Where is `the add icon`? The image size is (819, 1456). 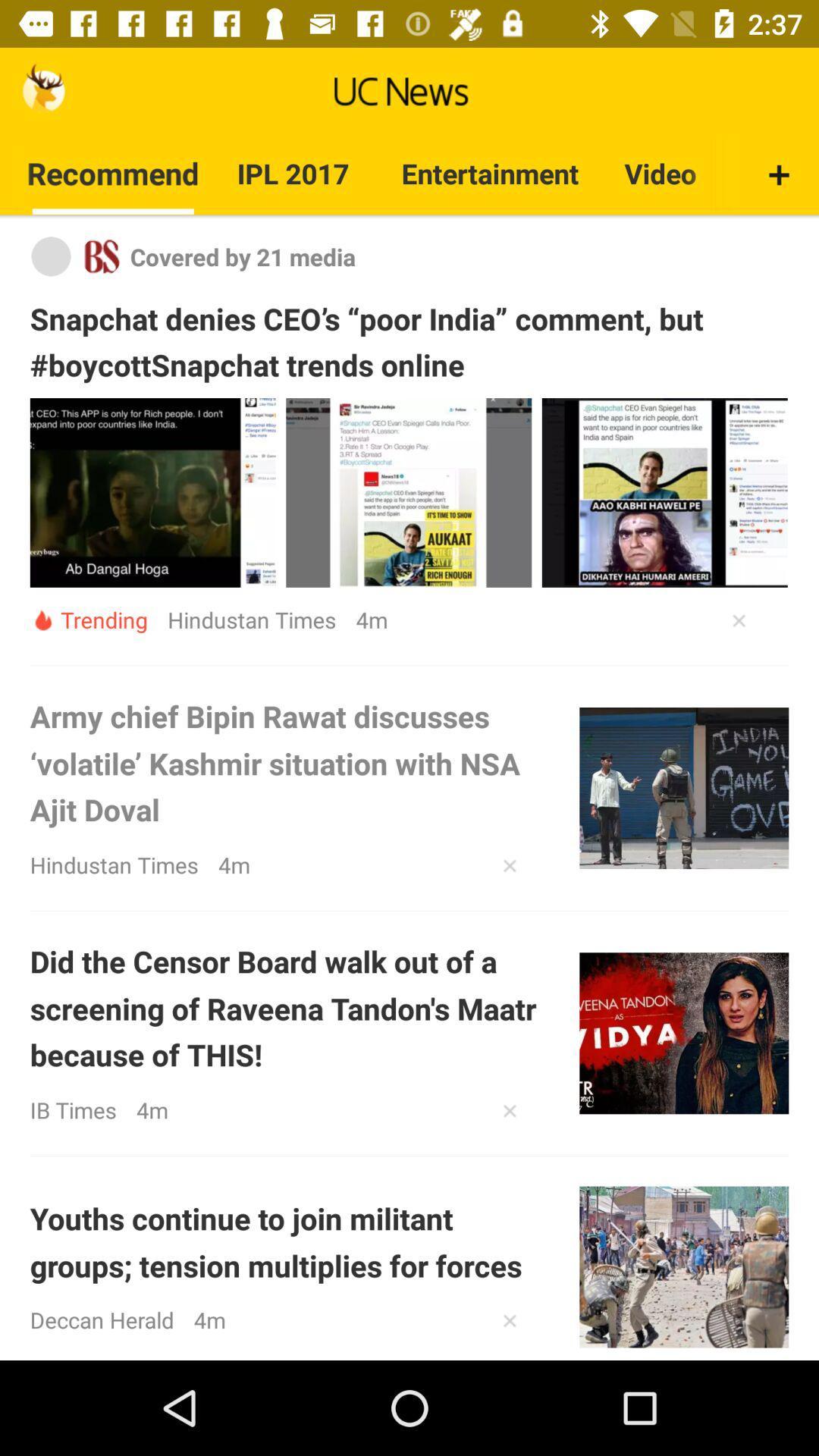
the add icon is located at coordinates (779, 187).